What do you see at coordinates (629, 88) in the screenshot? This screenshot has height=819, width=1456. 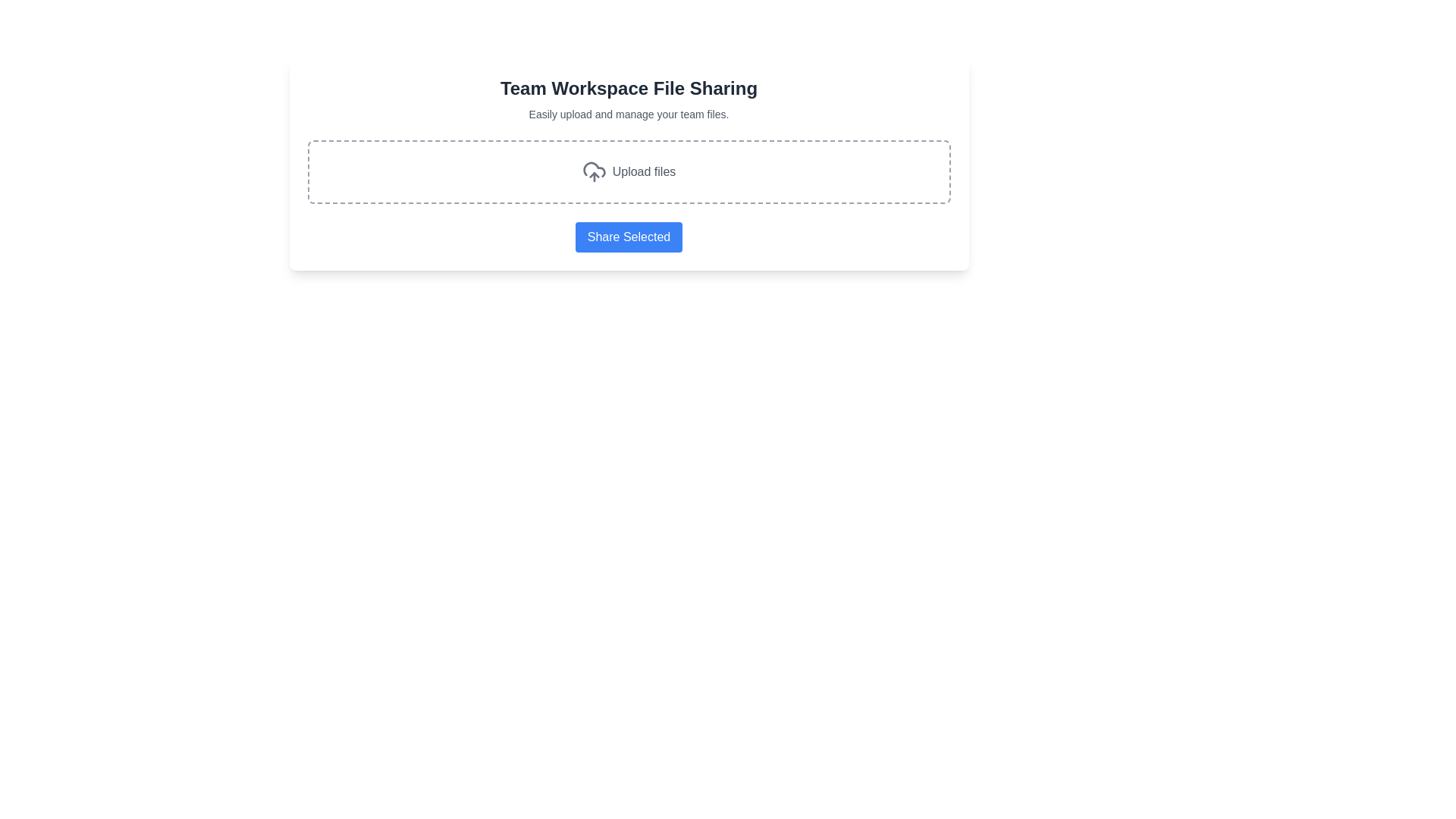 I see `the header text 'Team Workspace File Sharing' which is styled with a bold and large font at the top of the content section` at bounding box center [629, 88].